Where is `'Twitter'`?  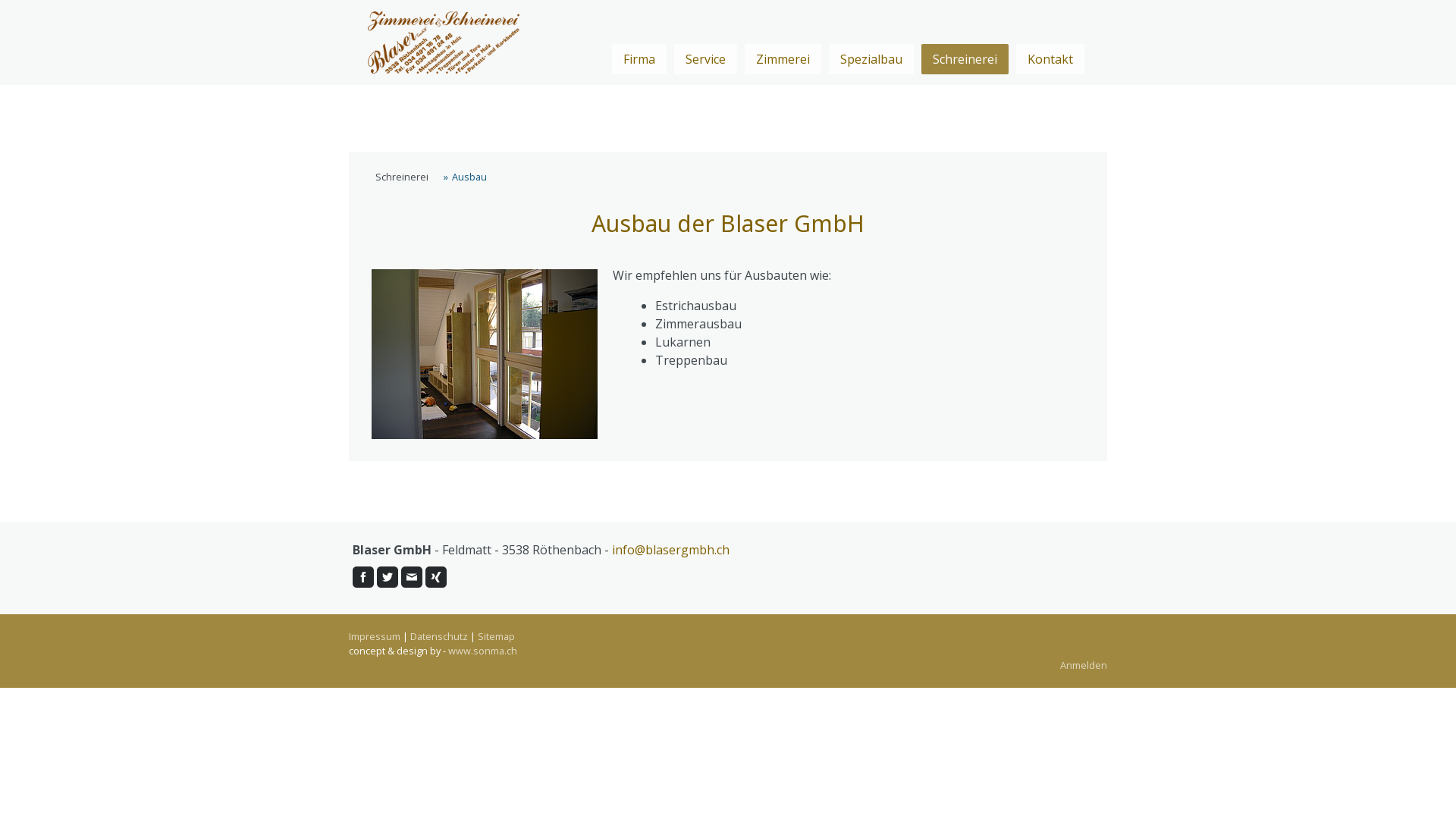 'Twitter' is located at coordinates (377, 576).